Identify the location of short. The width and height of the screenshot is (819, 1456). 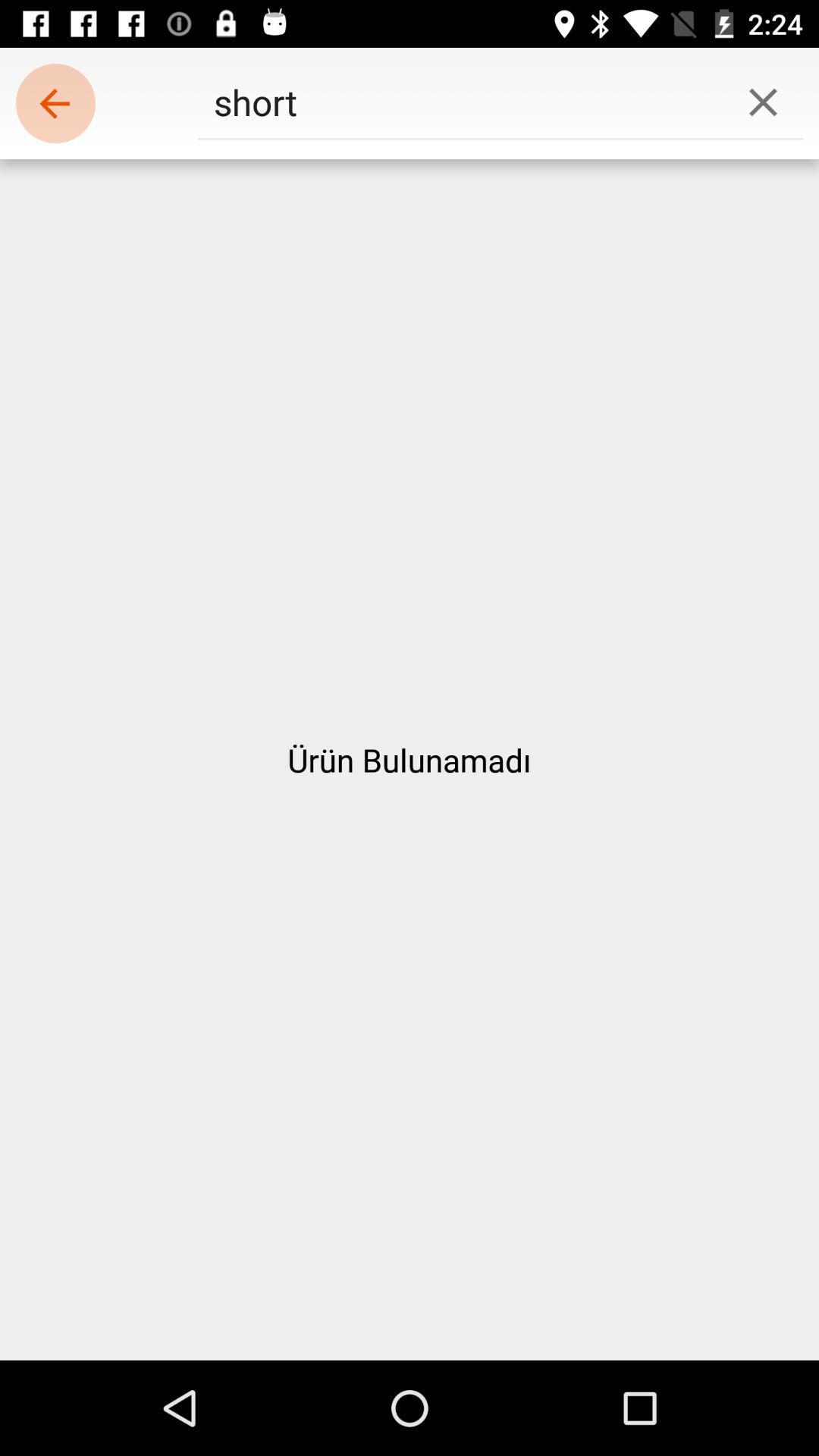
(460, 101).